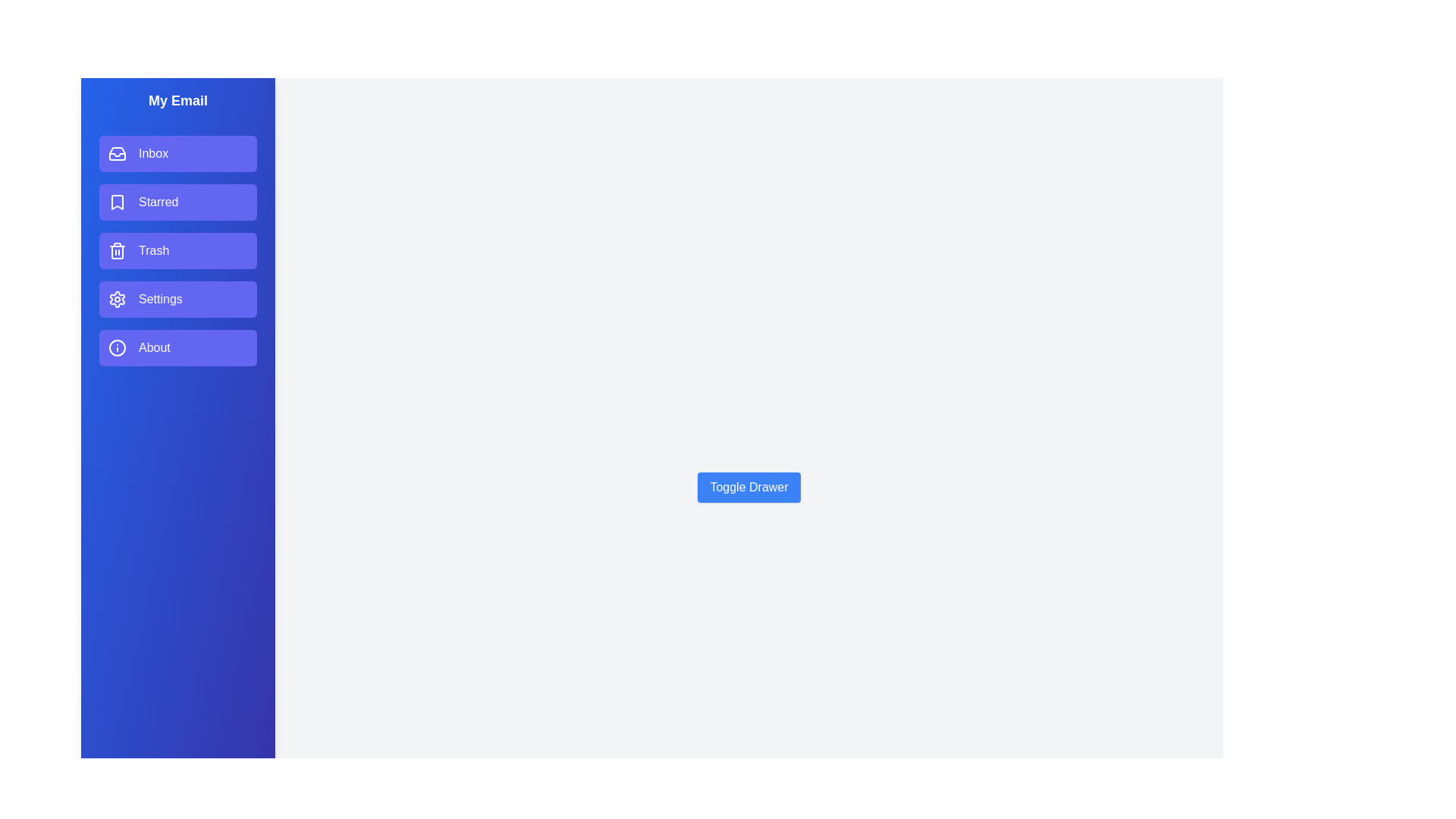 This screenshot has width=1456, height=819. Describe the element at coordinates (178, 250) in the screenshot. I see `the email section item Trash` at that location.